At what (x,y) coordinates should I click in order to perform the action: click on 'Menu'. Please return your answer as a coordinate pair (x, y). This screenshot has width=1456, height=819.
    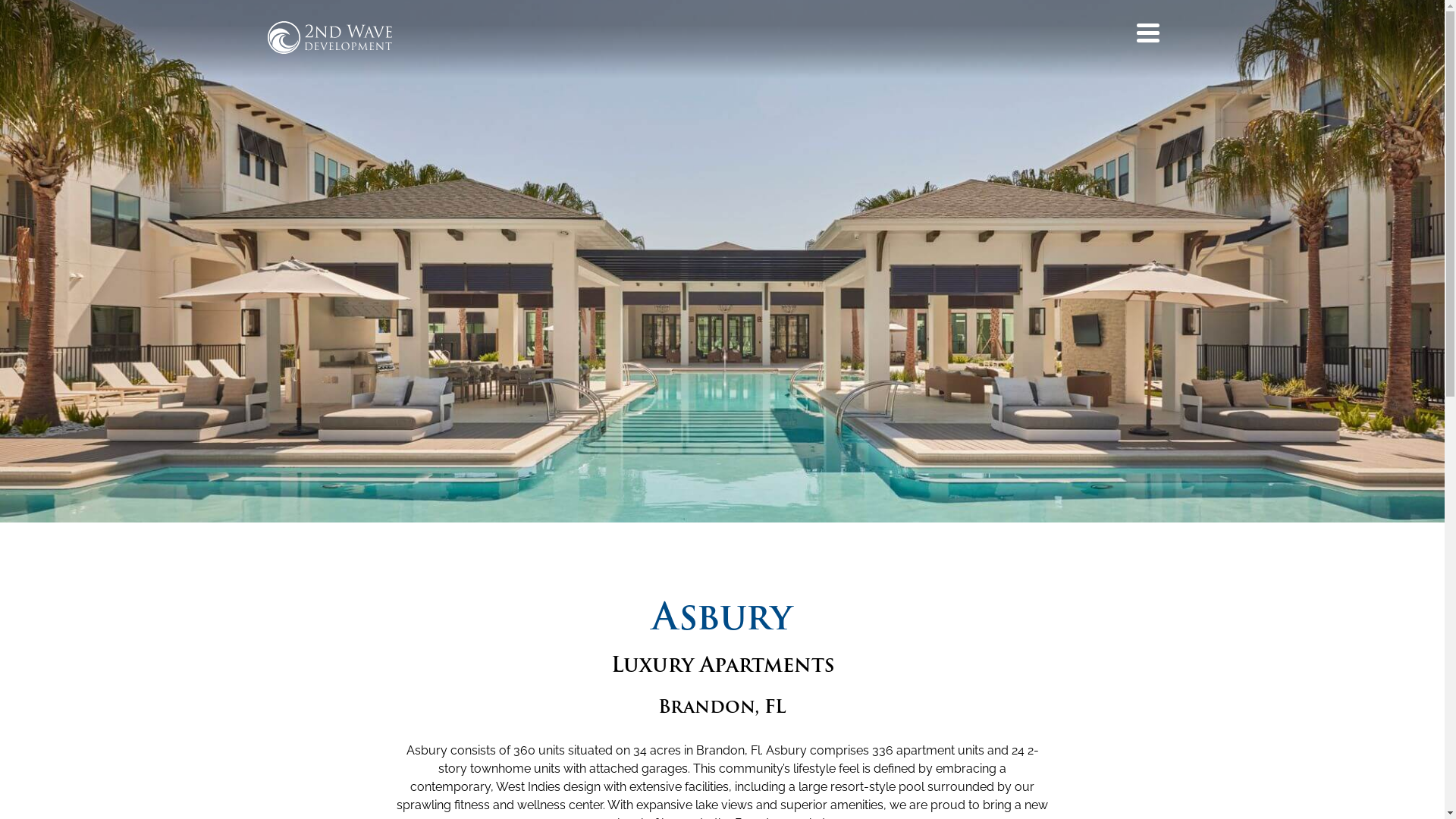
    Looking at the image, I should click on (1147, 33).